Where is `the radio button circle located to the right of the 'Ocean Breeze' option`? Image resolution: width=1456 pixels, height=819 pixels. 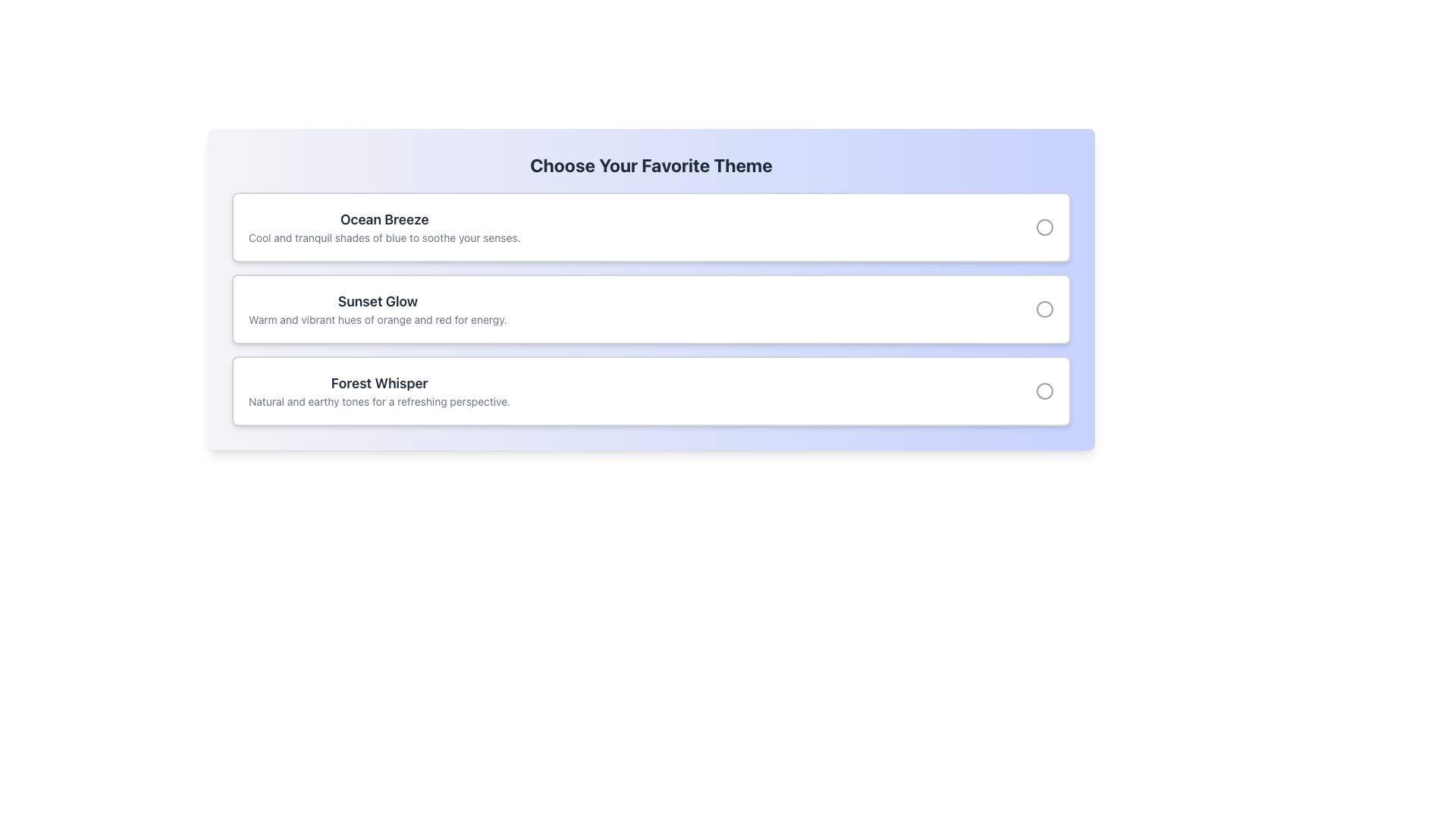
the radio button circle located to the right of the 'Ocean Breeze' option is located at coordinates (1043, 227).